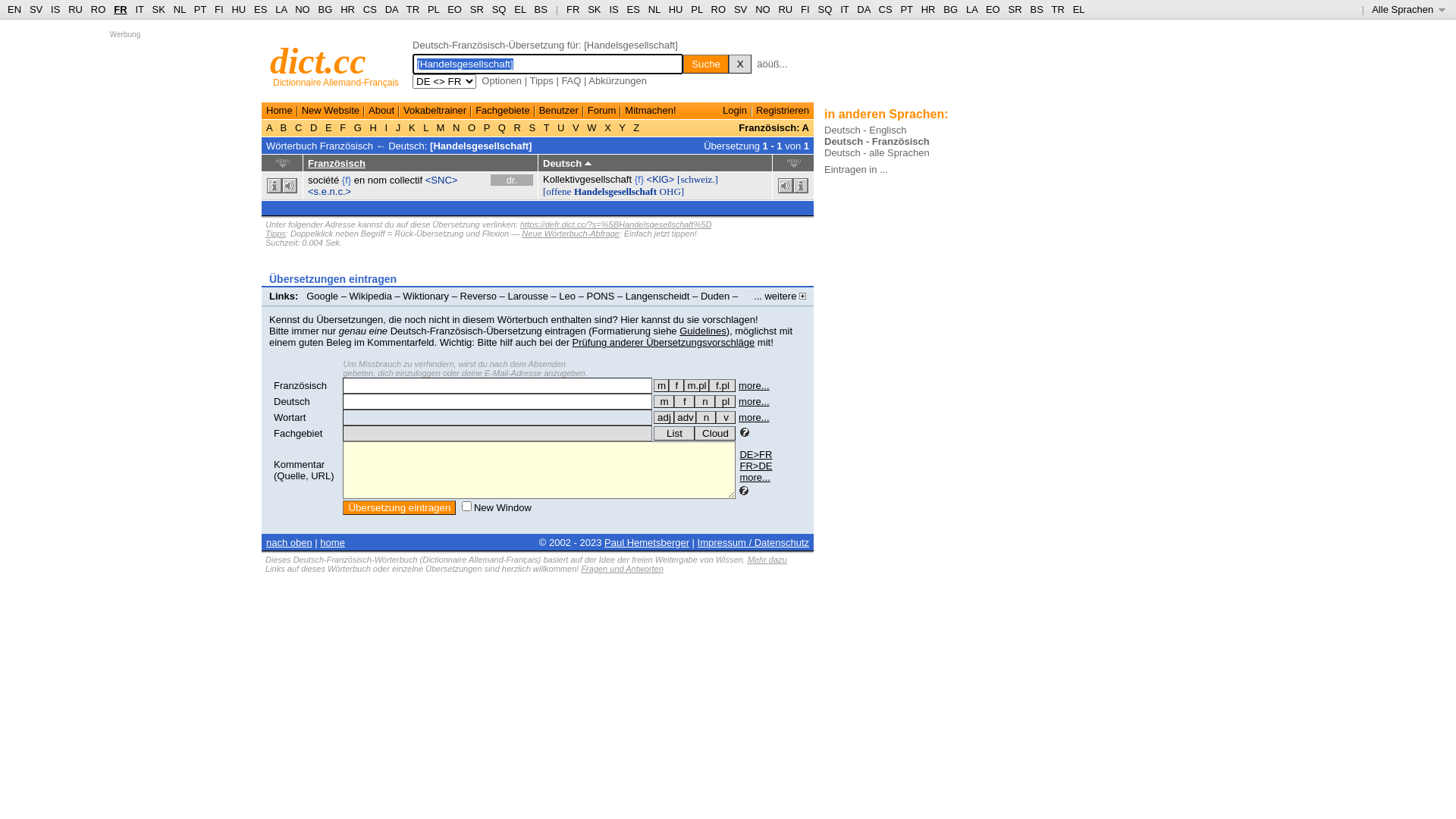 The image size is (1456, 819). What do you see at coordinates (406, 179) in the screenshot?
I see `'collectif'` at bounding box center [406, 179].